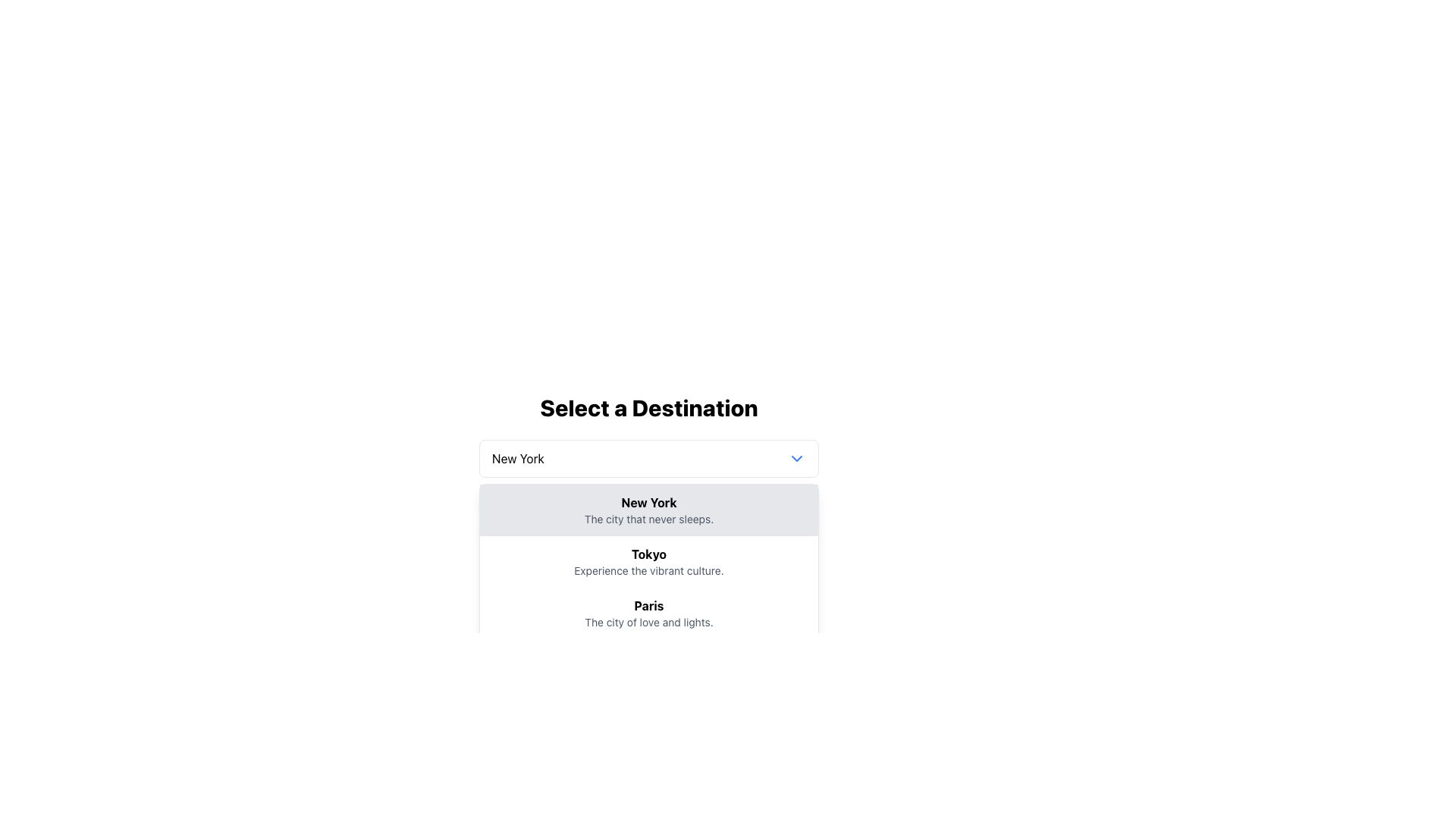 This screenshot has width=1456, height=819. Describe the element at coordinates (648, 570) in the screenshot. I see `the descriptive text element located immediately below the 'Tokyo' text, which provides additional context about the 'Tokyo' destination` at that location.